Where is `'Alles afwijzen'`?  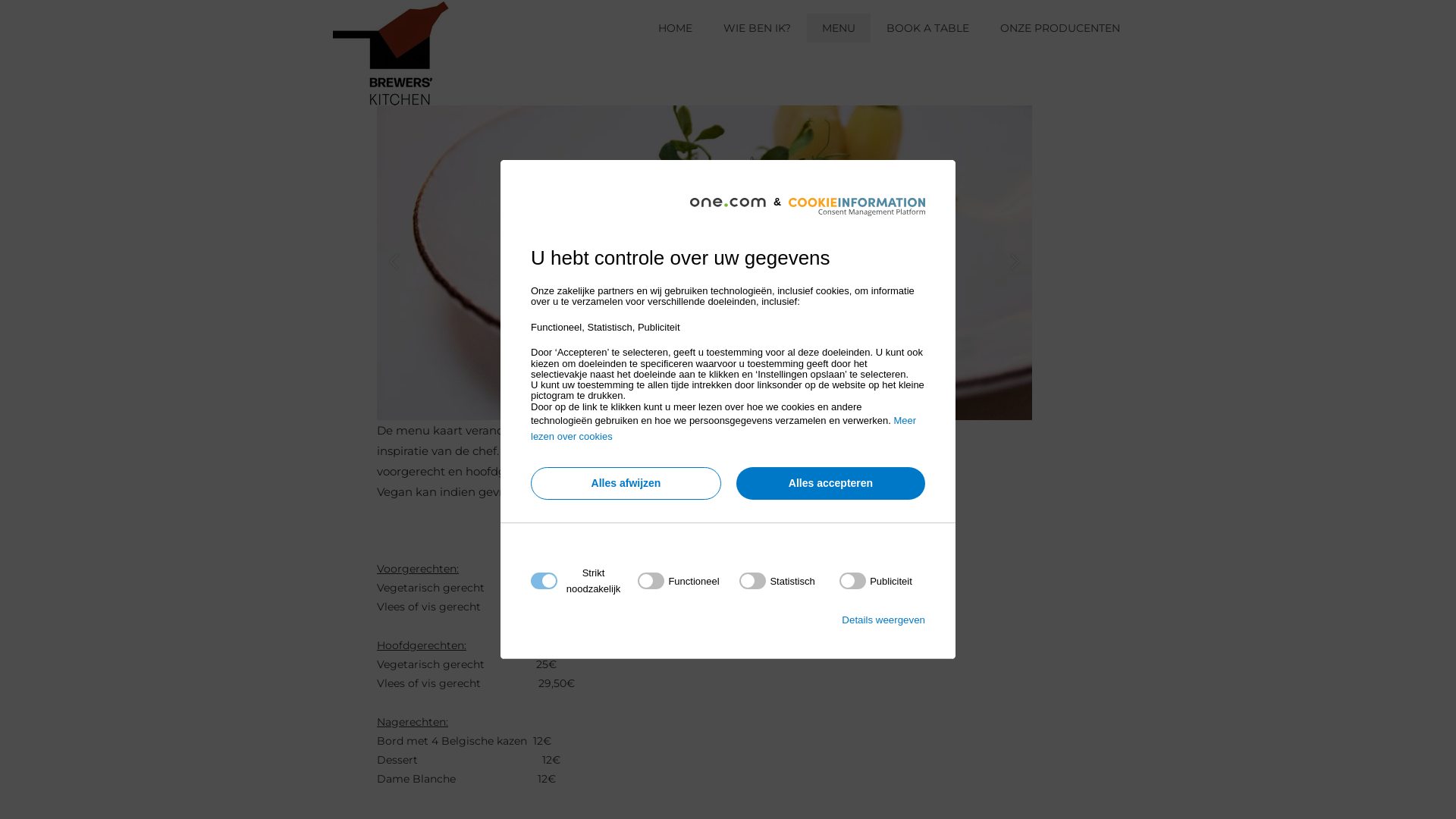 'Alles afwijzen' is located at coordinates (626, 483).